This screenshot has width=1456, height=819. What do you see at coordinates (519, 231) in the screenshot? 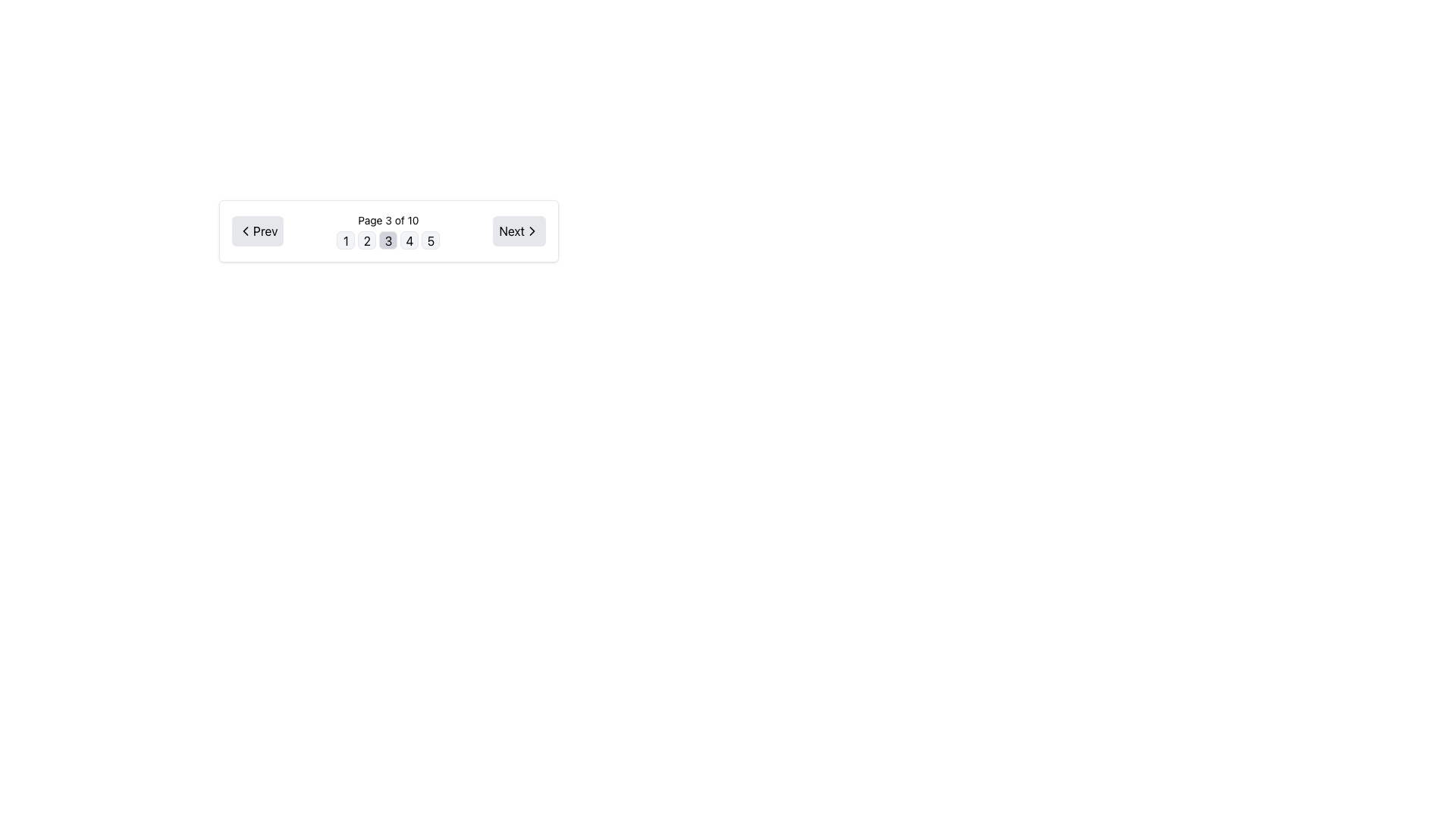
I see `the 'Next' button with a right-pointing arrow icon` at bounding box center [519, 231].